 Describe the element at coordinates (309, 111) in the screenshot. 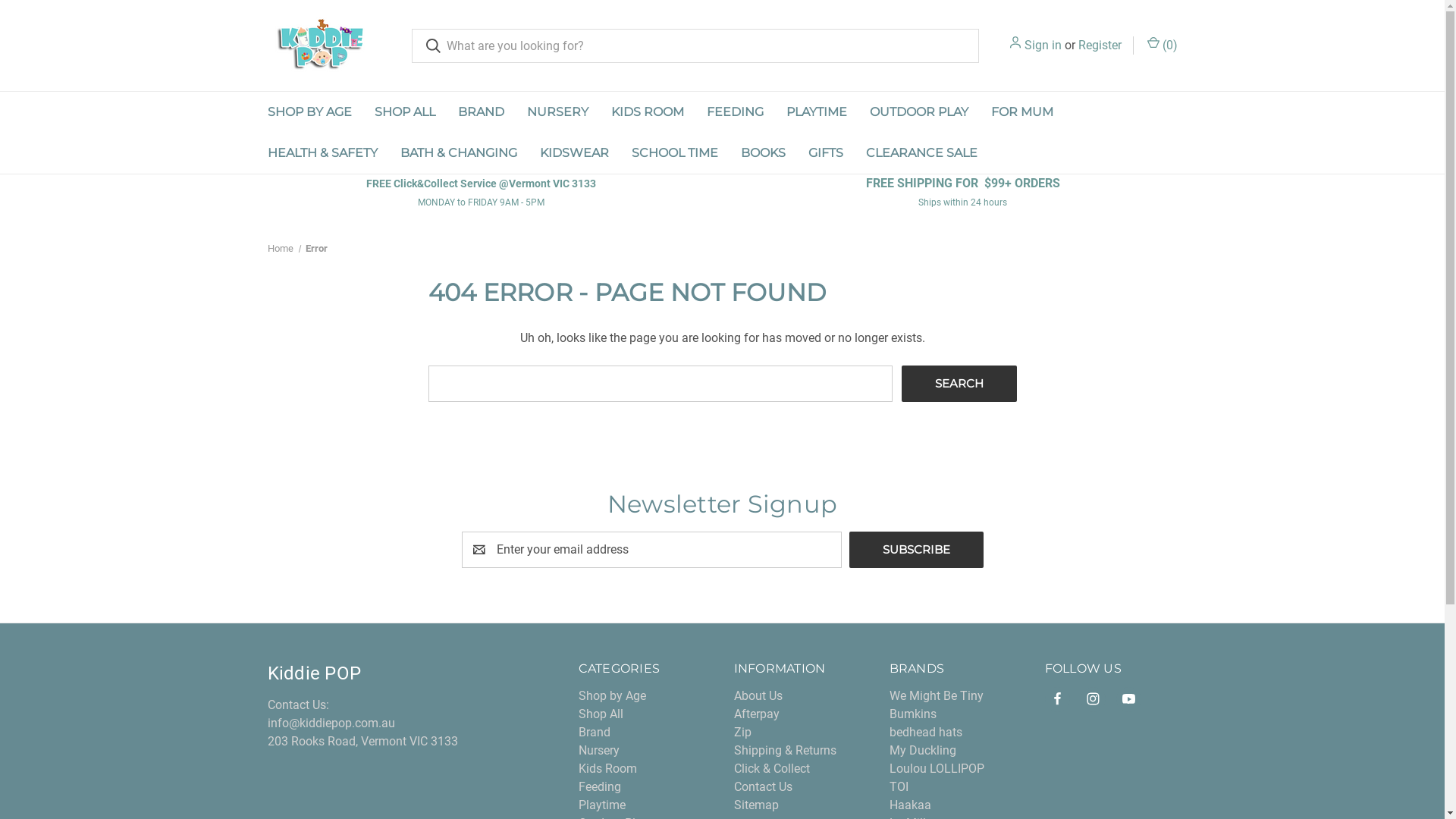

I see `'SHOP BY AGE'` at that location.